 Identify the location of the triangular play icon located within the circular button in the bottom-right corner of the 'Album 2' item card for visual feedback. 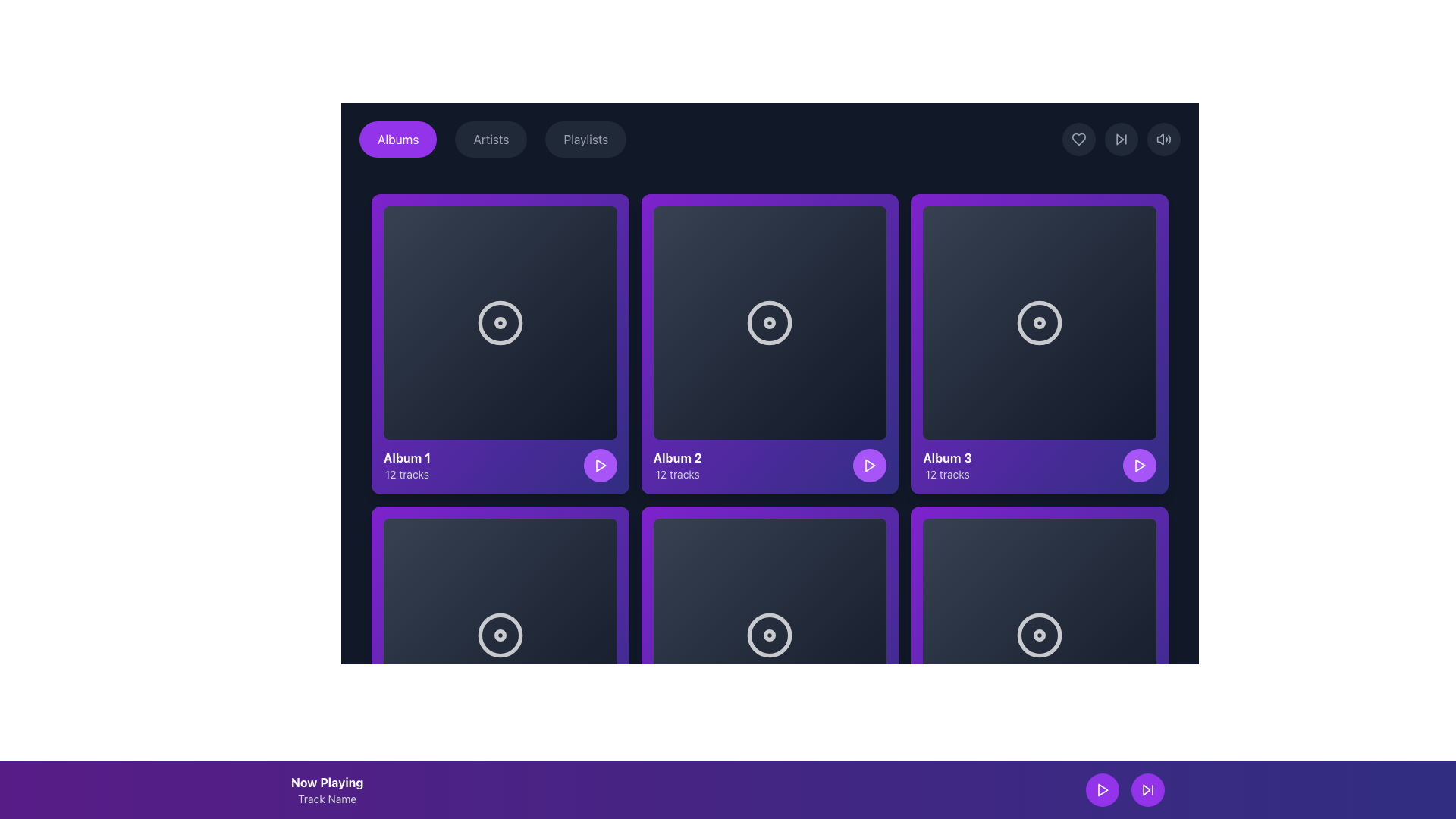
(871, 464).